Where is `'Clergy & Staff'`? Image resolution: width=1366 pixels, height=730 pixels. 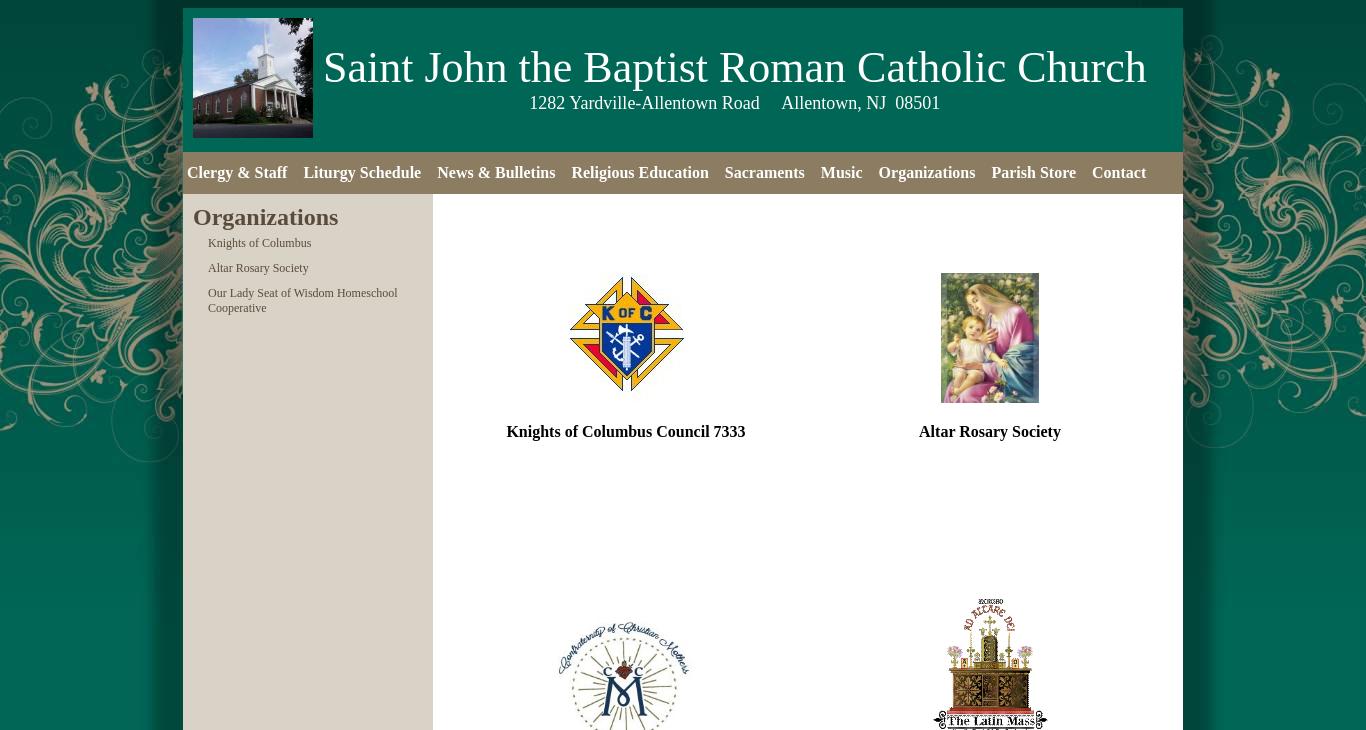 'Clergy & Staff' is located at coordinates (186, 171).